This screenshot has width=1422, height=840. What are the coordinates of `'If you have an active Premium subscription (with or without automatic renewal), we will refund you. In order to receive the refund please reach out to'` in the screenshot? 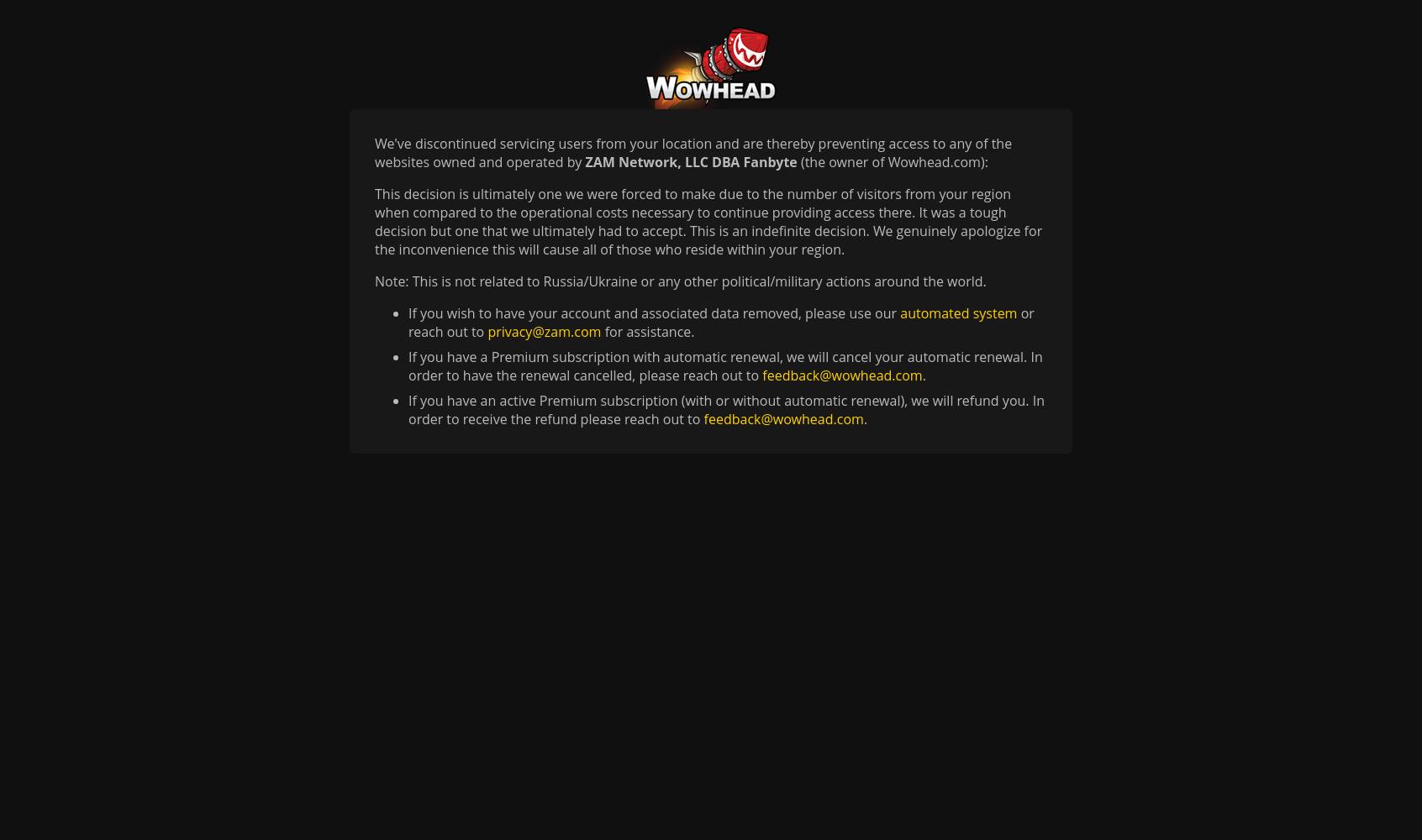 It's located at (725, 409).